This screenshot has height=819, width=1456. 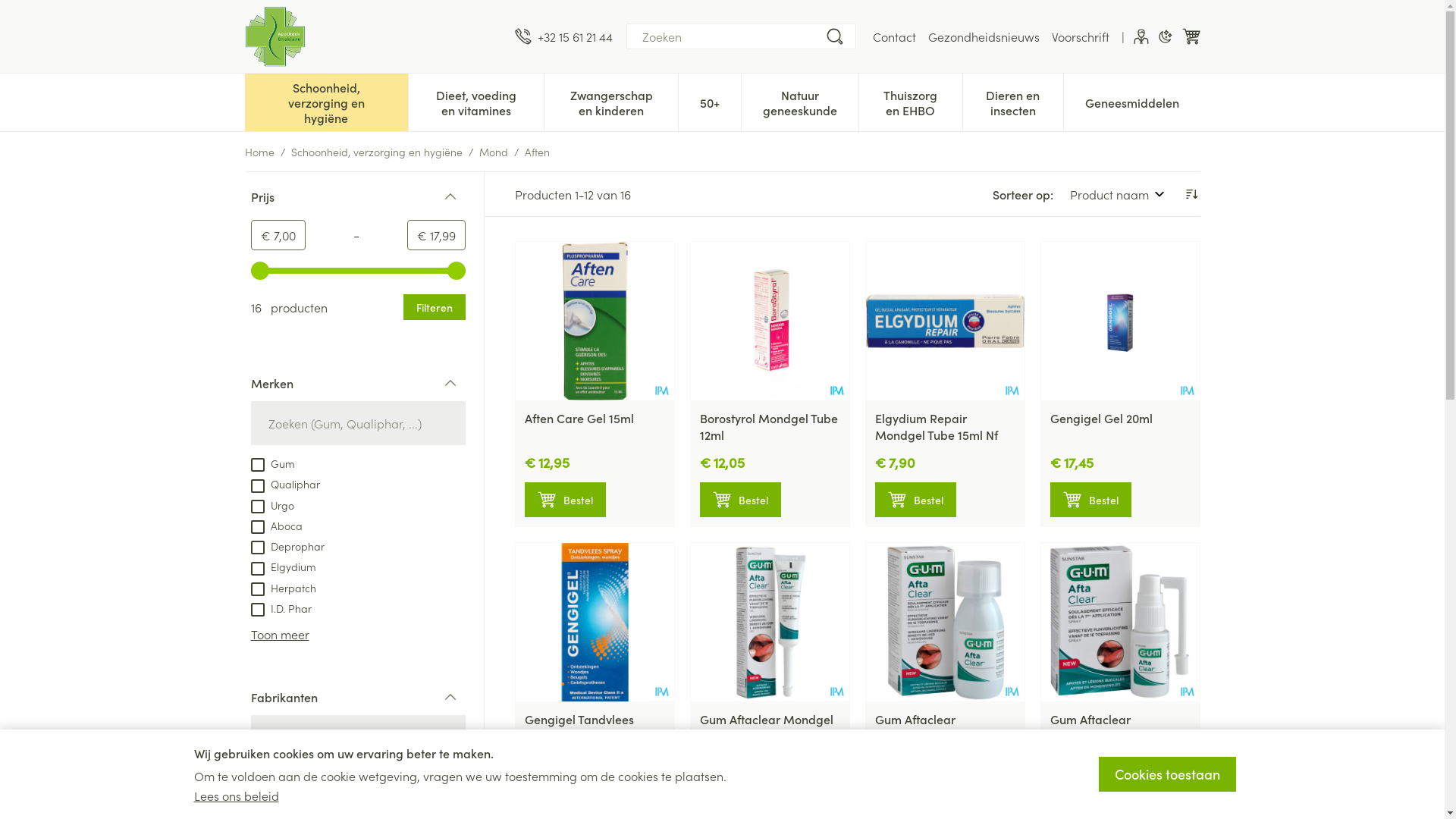 I want to click on 'Donkere modus', so click(x=1164, y=35).